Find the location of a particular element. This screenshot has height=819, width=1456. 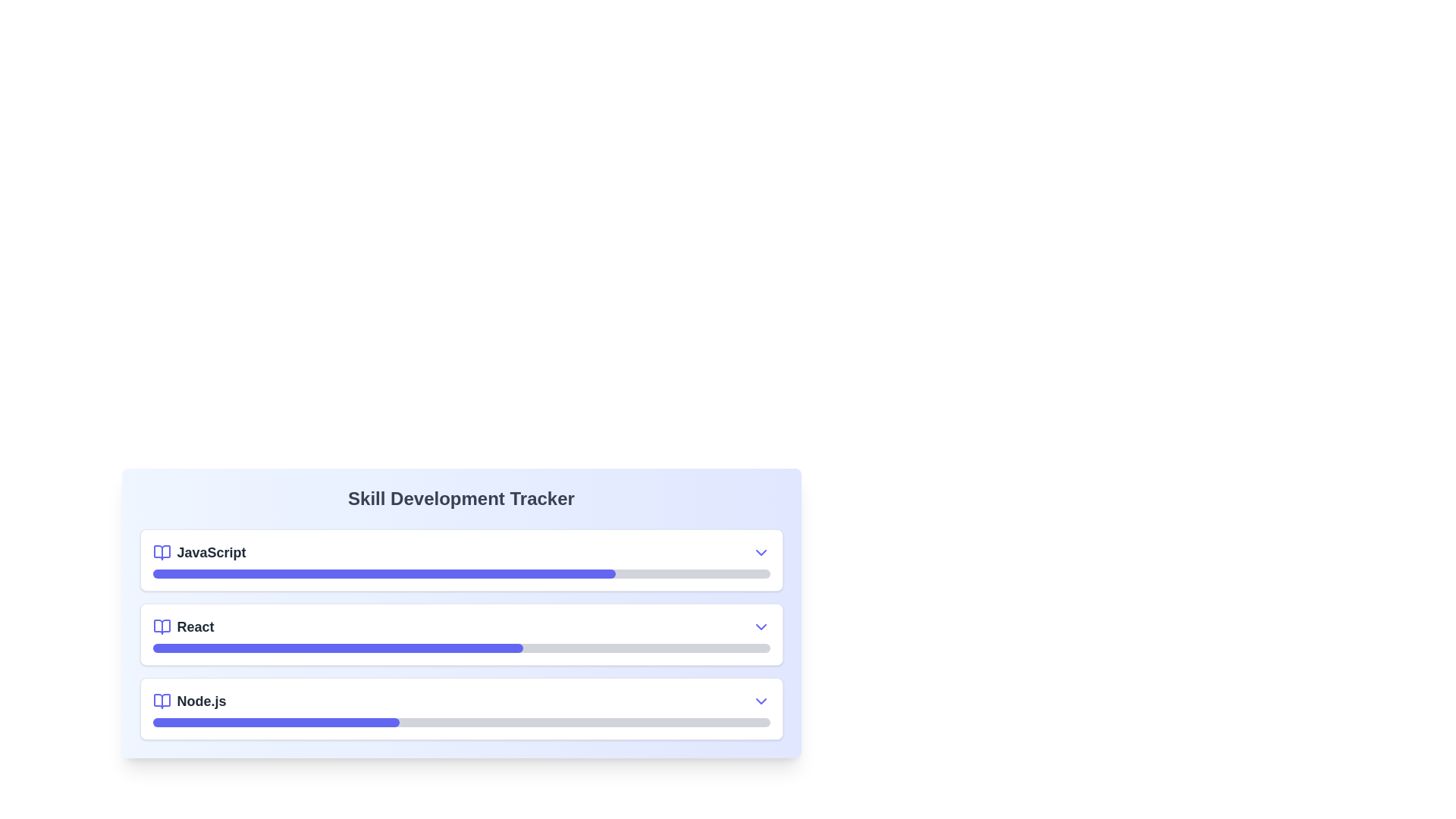

the progress bar is located at coordinates (448, 721).